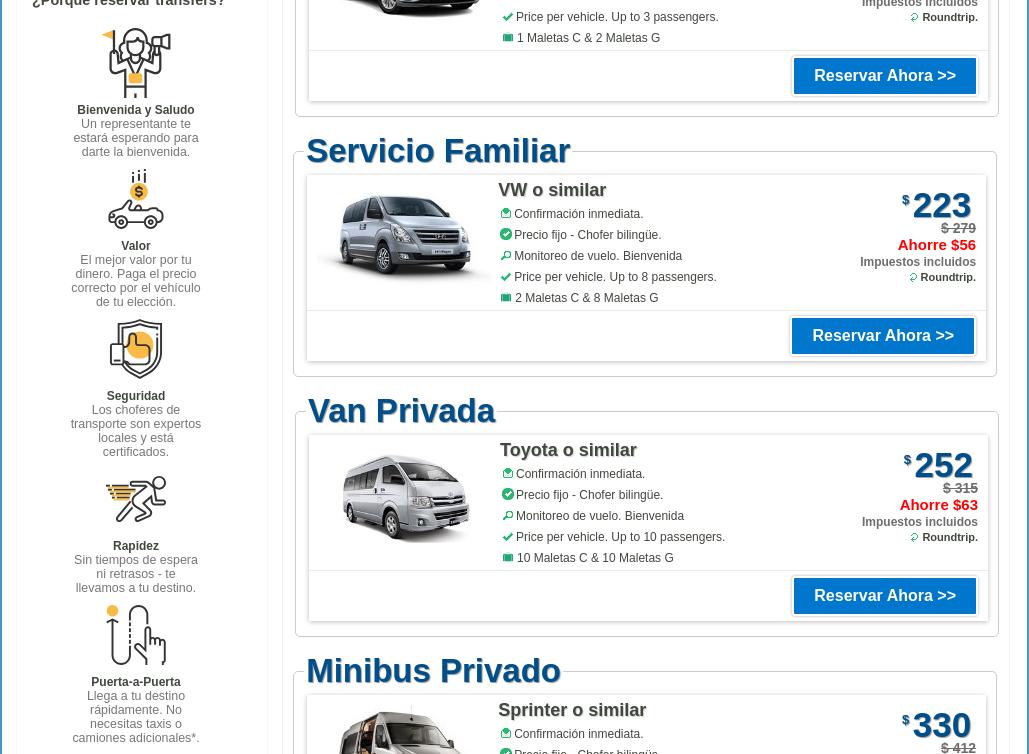  What do you see at coordinates (134, 396) in the screenshot?
I see `'Seguridad'` at bounding box center [134, 396].